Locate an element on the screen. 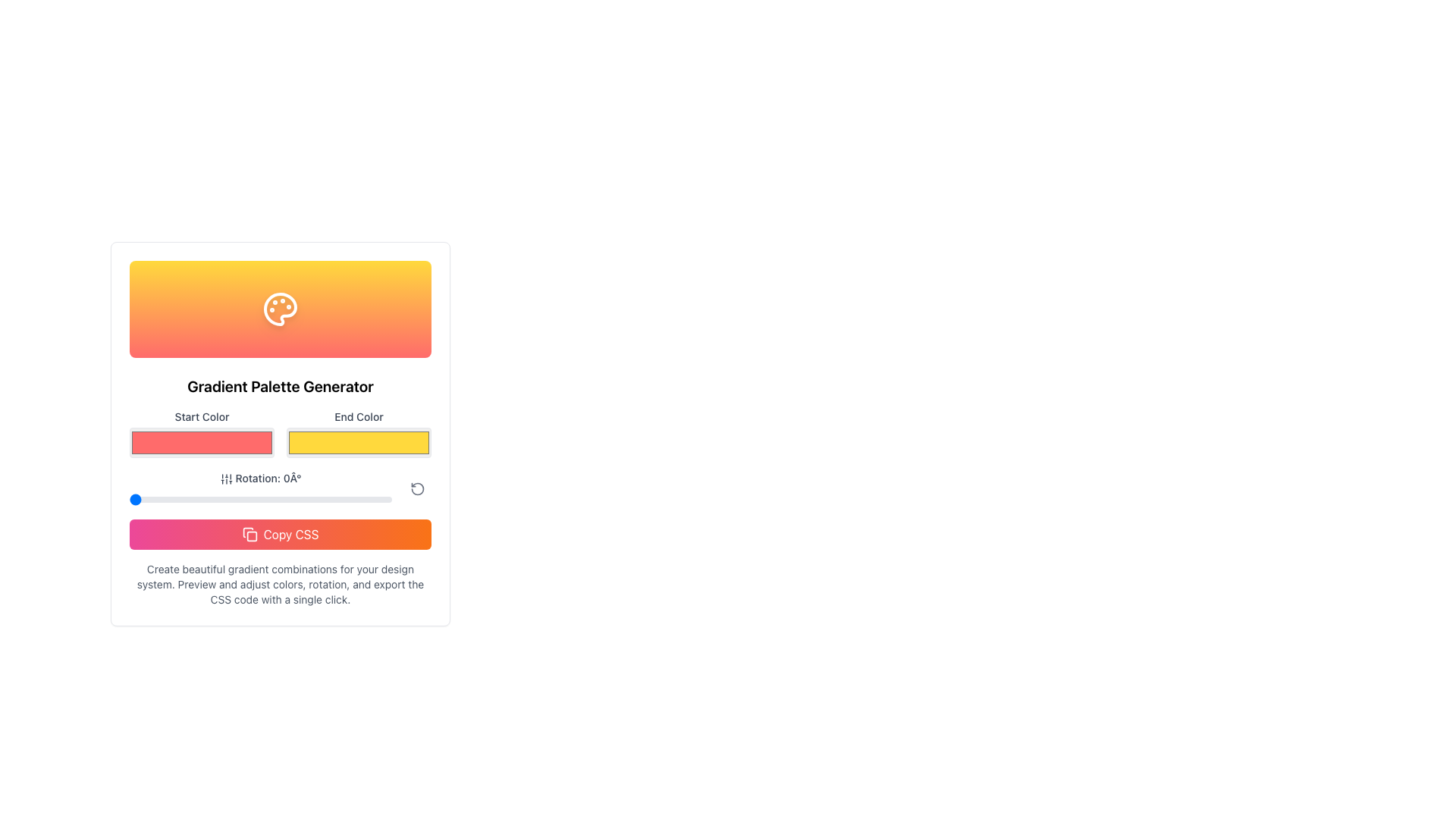 Image resolution: width=1456 pixels, height=819 pixels. the counter-clockwise rotation icon within the circular button at the bottom-right of the 'Gradient Palette Generator' card via keyboard navigation is located at coordinates (418, 488).